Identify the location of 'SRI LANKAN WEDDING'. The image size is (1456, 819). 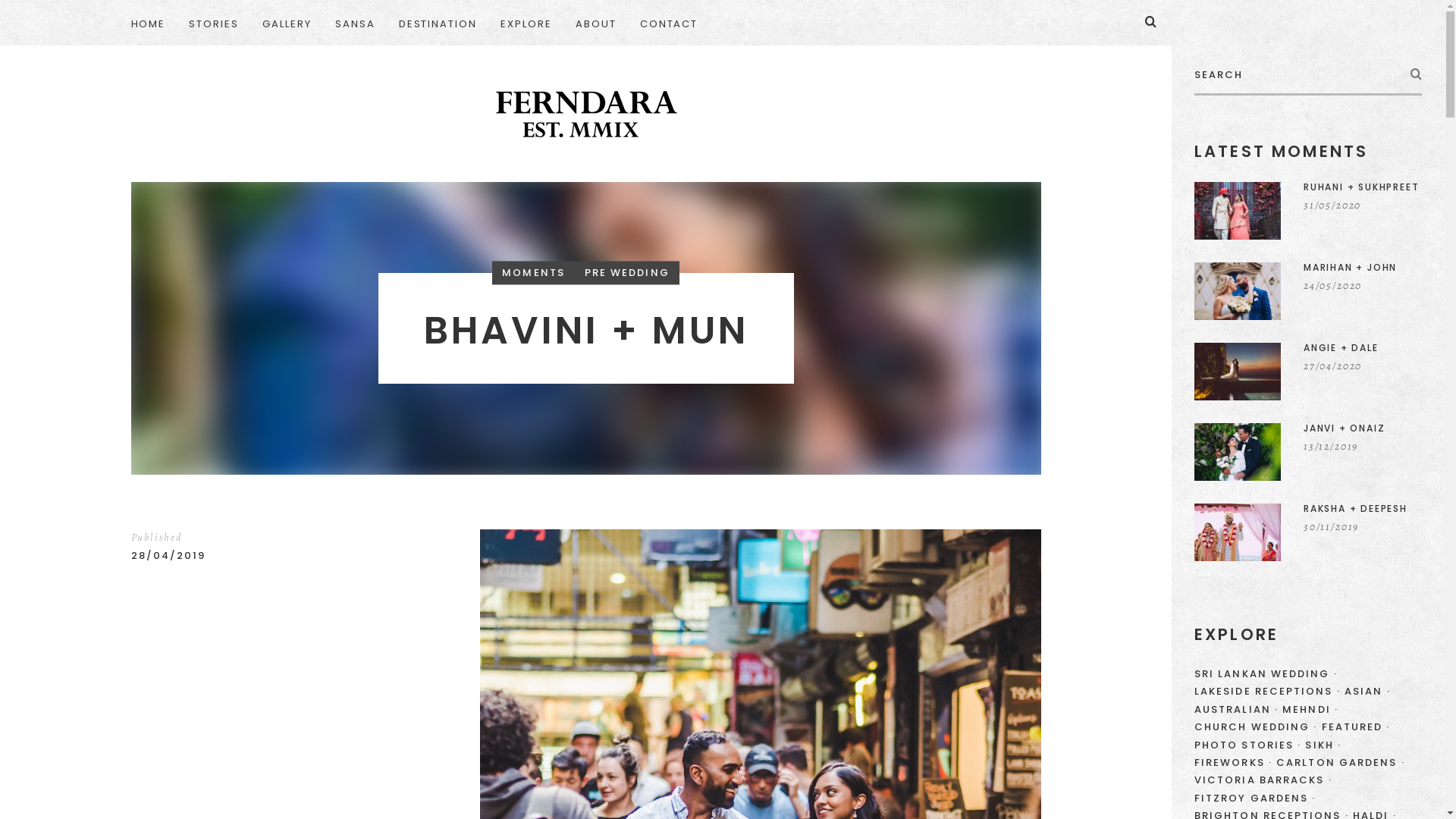
(1193, 673).